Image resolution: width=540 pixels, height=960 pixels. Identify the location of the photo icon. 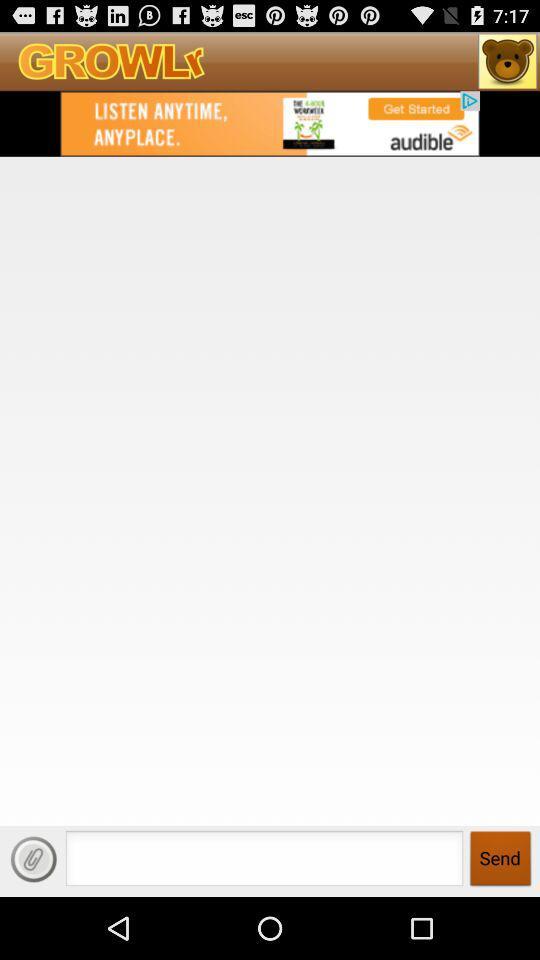
(507, 65).